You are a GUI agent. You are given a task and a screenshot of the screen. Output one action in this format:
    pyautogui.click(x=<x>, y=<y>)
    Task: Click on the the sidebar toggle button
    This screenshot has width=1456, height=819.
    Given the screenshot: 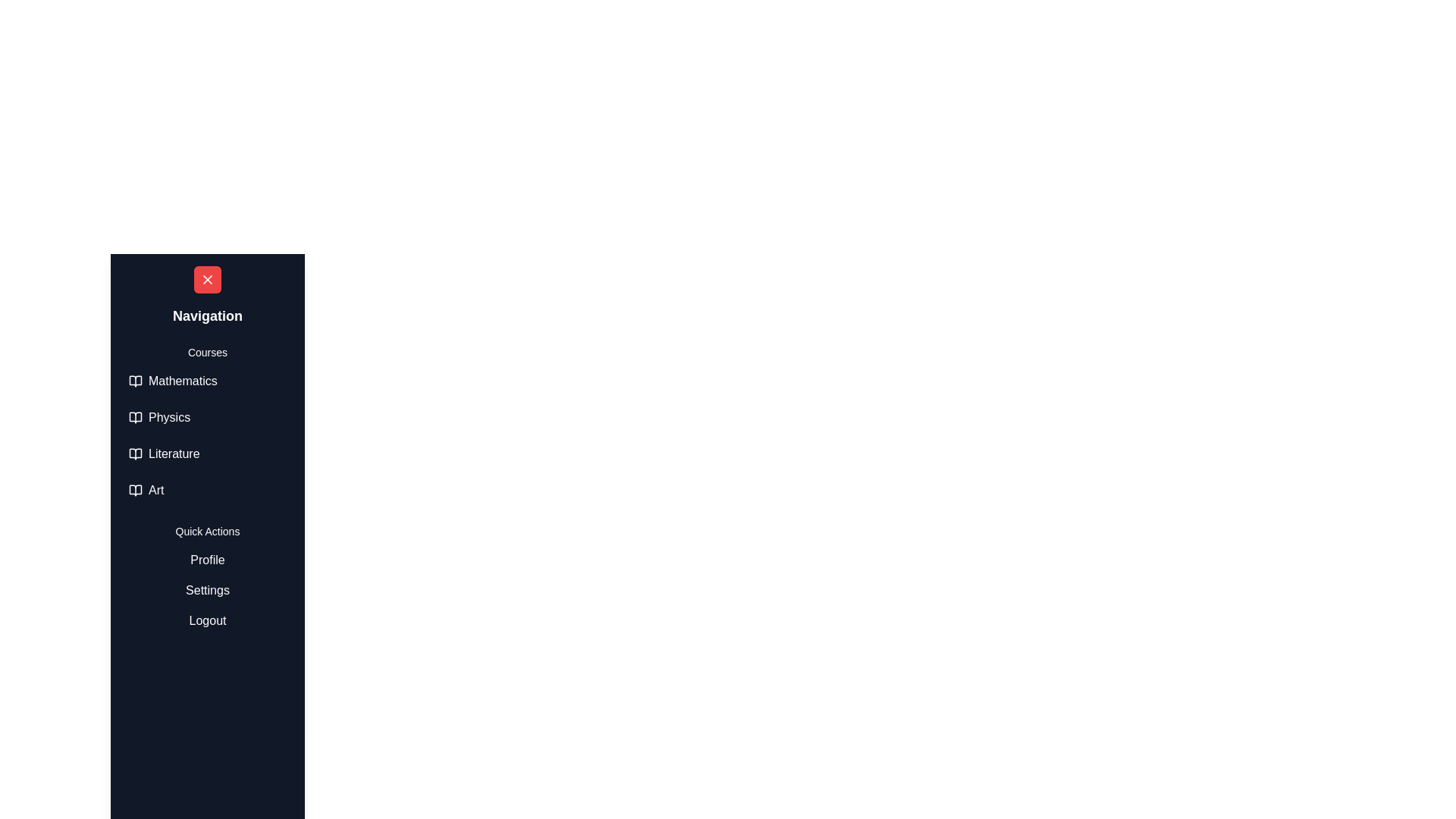 What is the action you would take?
    pyautogui.click(x=136, y=280)
    